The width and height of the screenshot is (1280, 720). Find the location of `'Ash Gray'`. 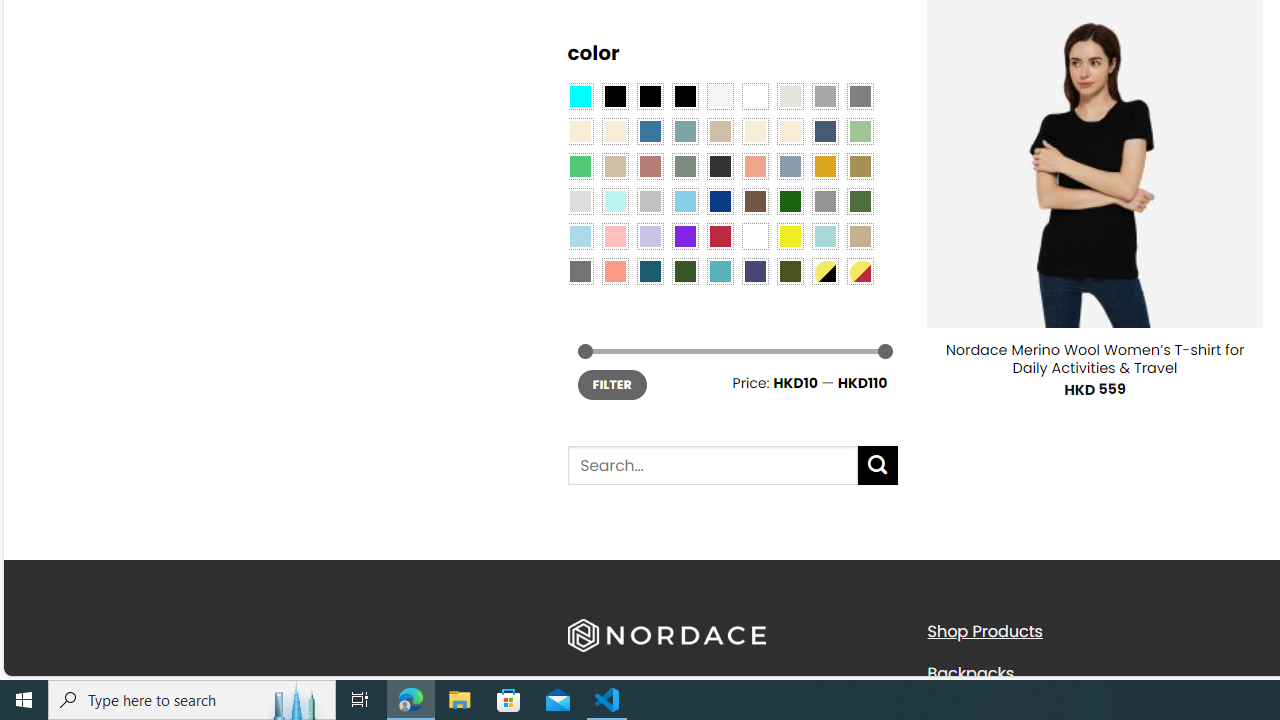

'Ash Gray' is located at coordinates (788, 95).